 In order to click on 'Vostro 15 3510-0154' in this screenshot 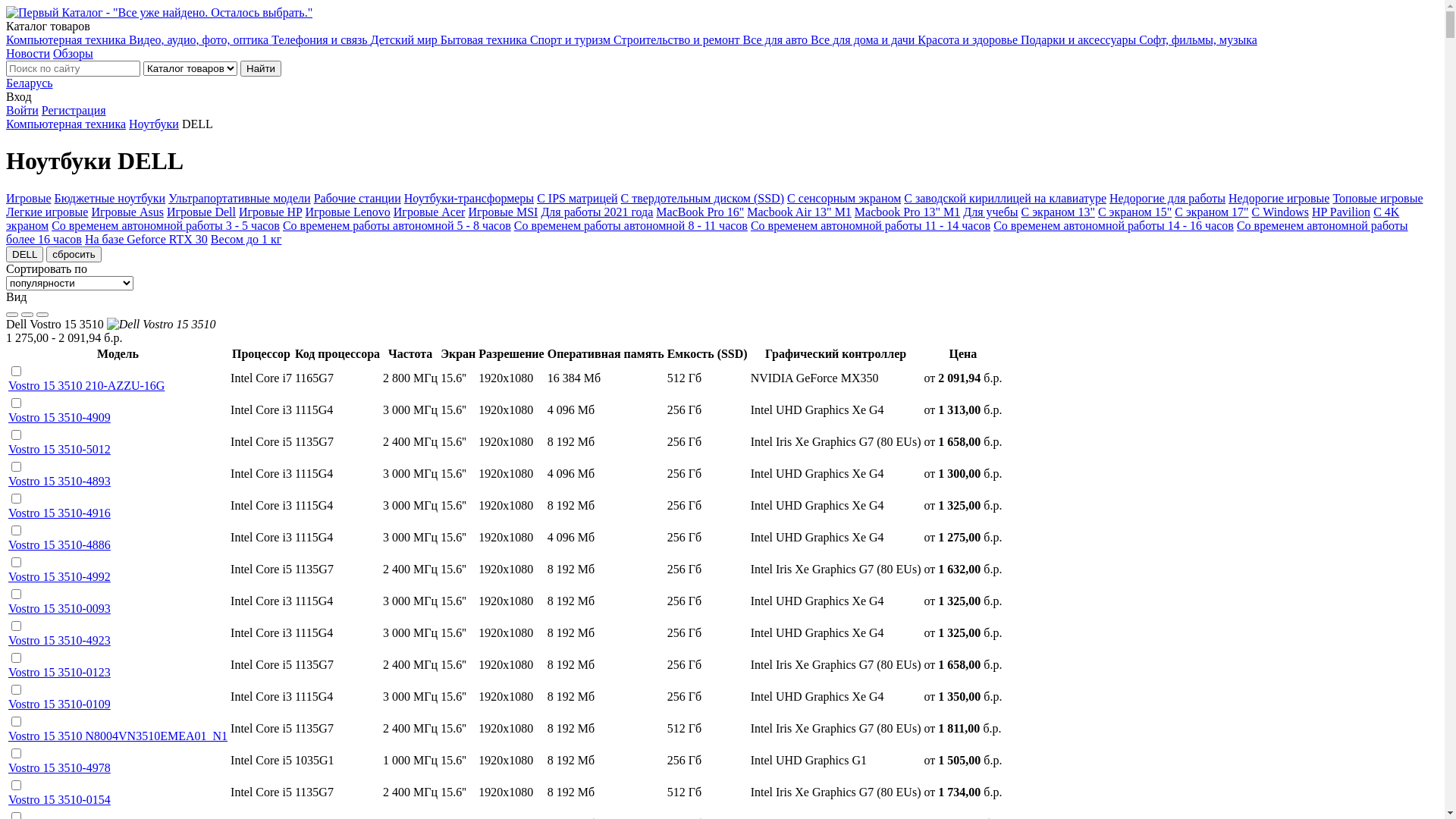, I will do `click(59, 799)`.